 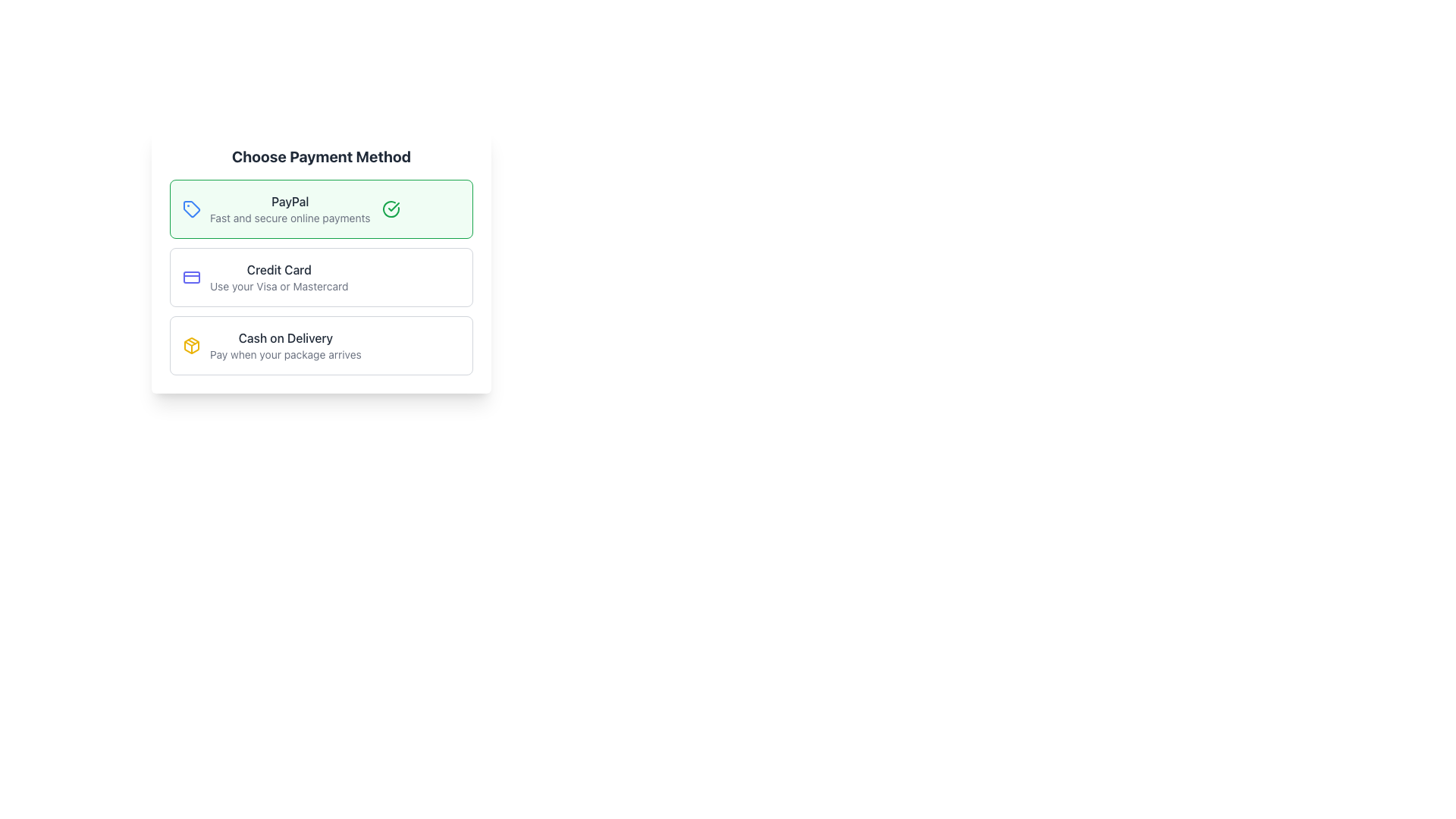 What do you see at coordinates (290, 209) in the screenshot?
I see `text of the 'PayPal' label, which includes a bold 'PayPal' and a subtitle 'Fast and secure online payments' on a light green background, located at the top of the payment options` at bounding box center [290, 209].